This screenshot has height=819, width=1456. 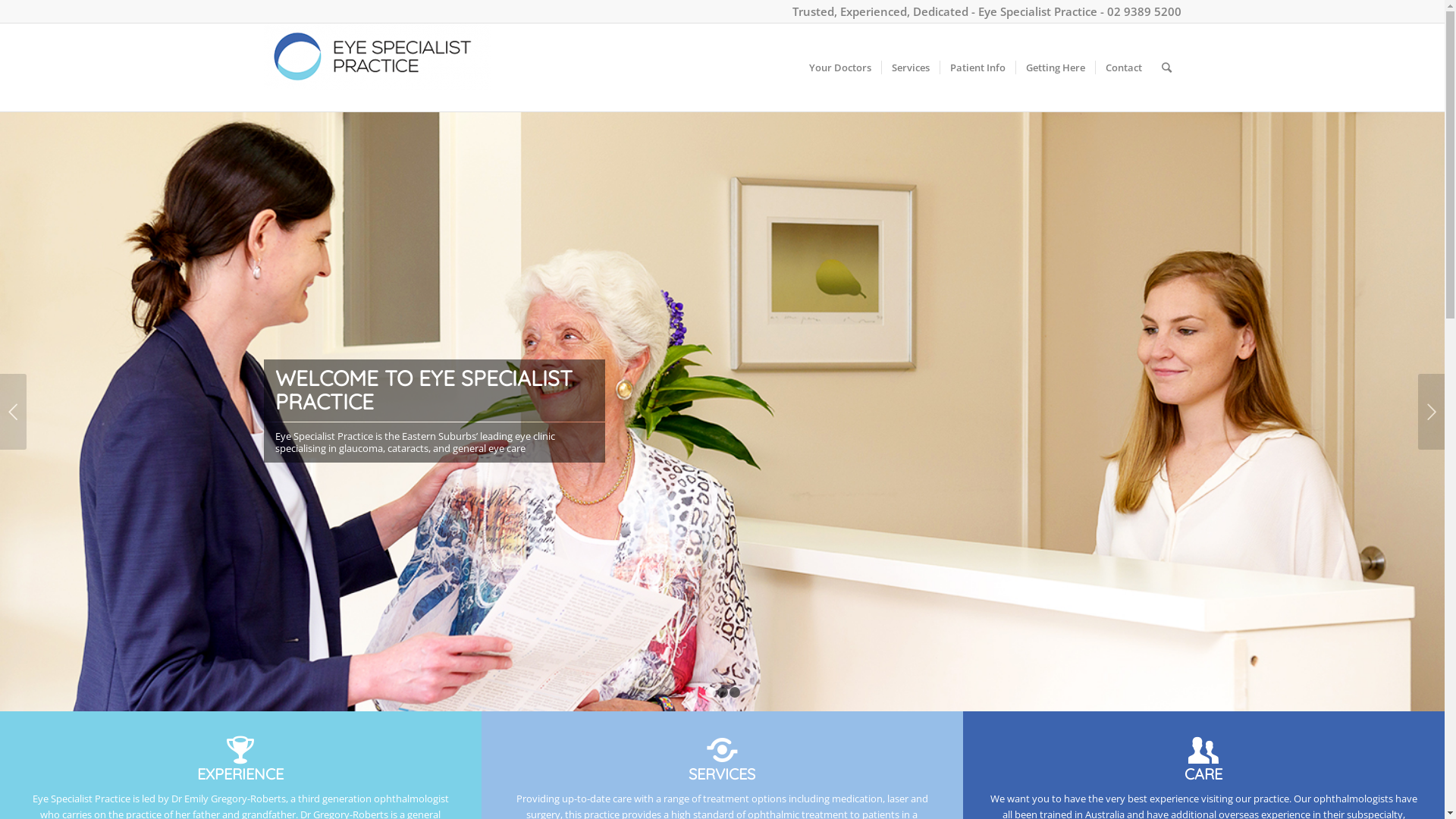 I want to click on '2', so click(x=722, y=692).